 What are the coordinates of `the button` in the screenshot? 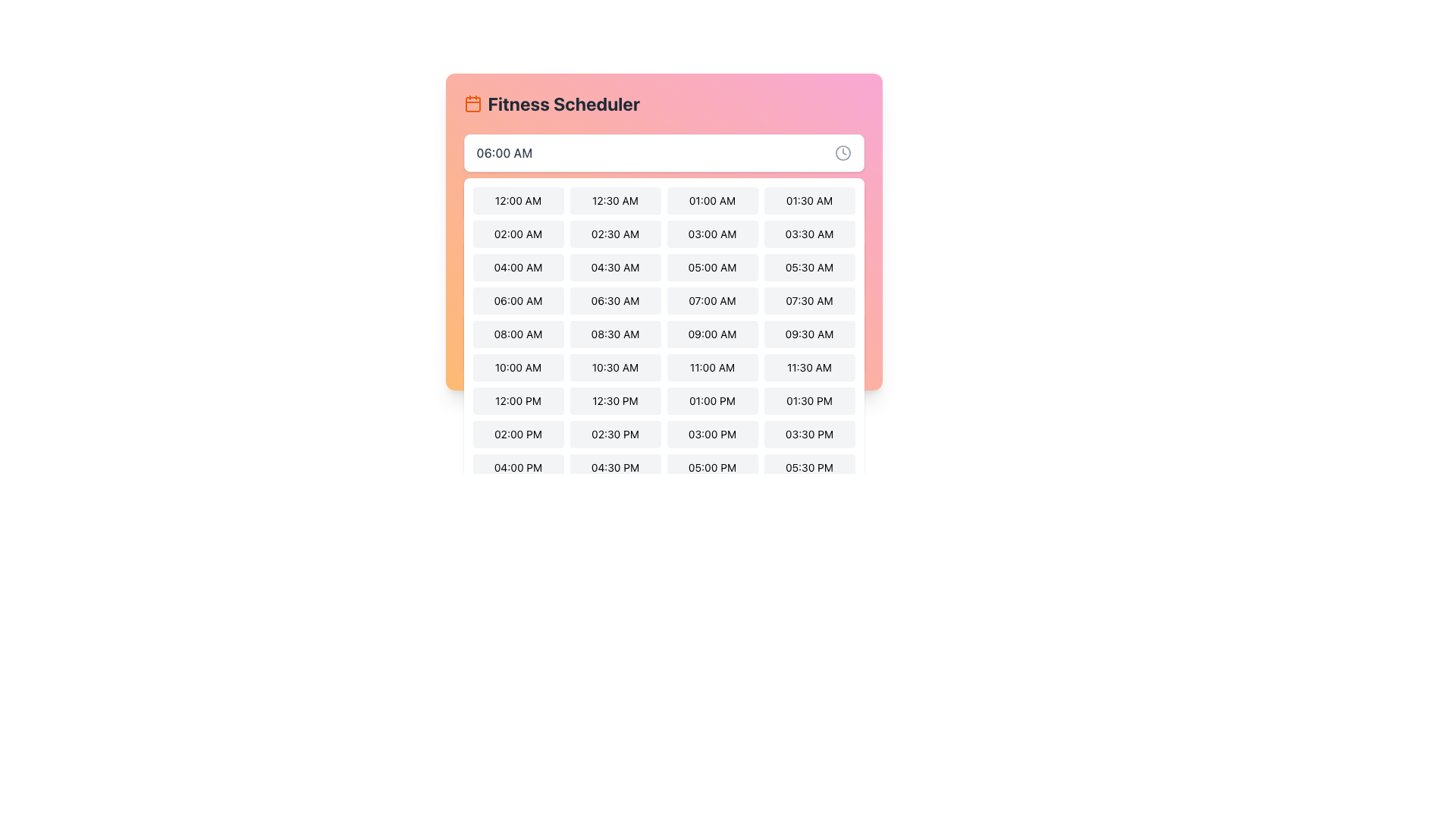 It's located at (615, 267).